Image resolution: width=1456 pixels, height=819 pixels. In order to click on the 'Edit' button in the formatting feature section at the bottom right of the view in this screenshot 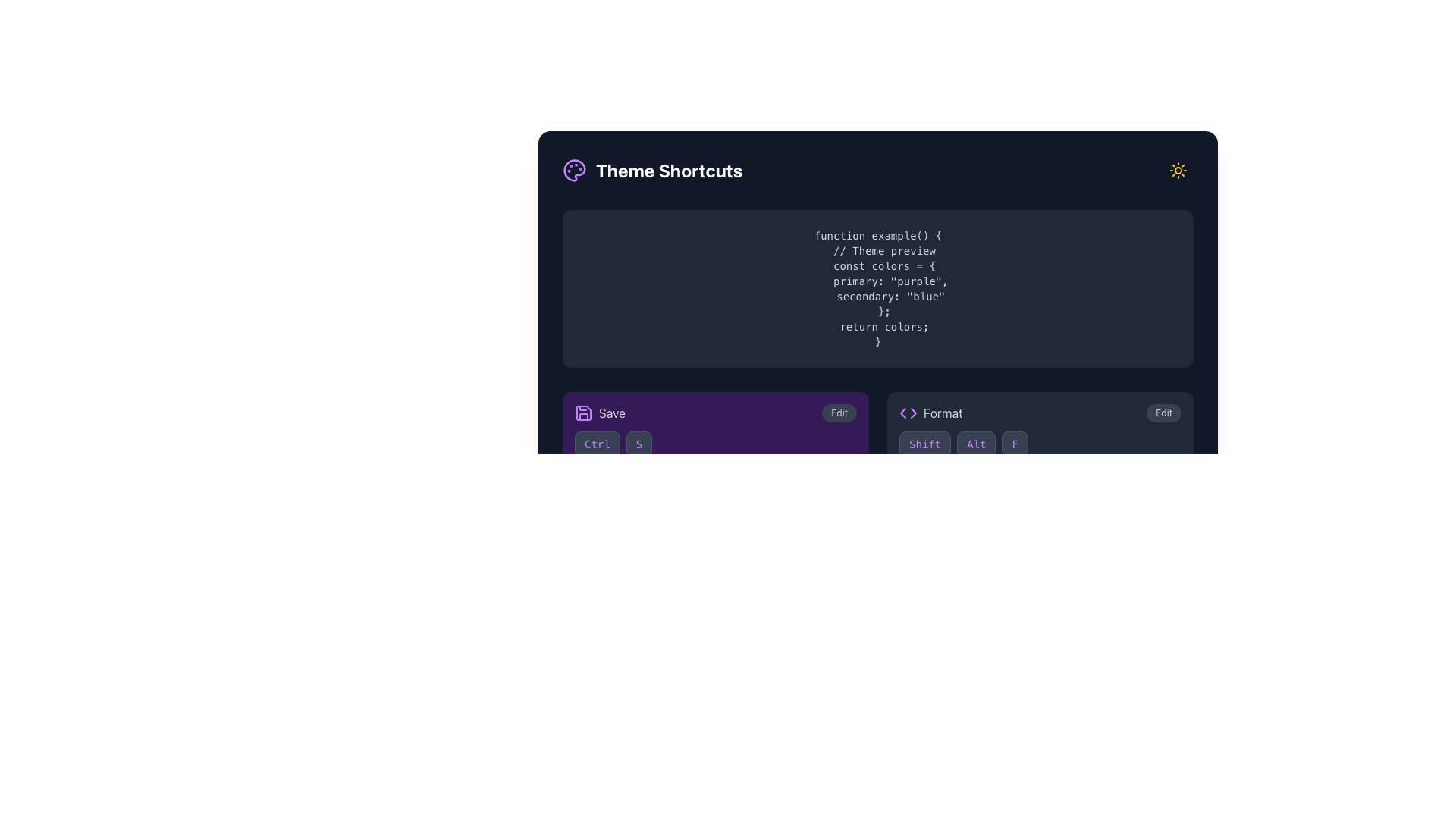, I will do `click(1040, 413)`.